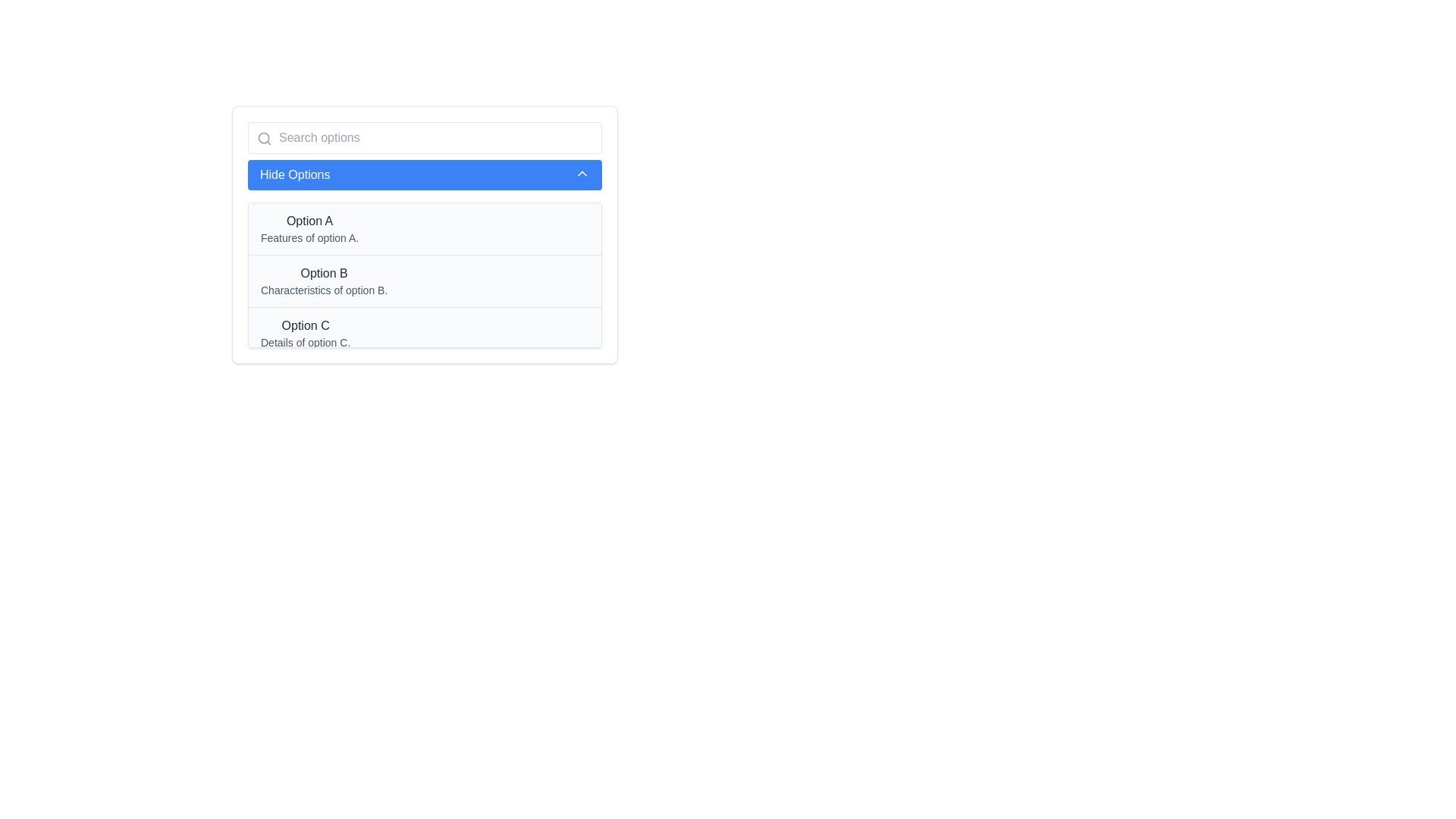  Describe the element at coordinates (309, 228) in the screenshot. I see `the dropdown menu item labeled 'Option A'` at that location.